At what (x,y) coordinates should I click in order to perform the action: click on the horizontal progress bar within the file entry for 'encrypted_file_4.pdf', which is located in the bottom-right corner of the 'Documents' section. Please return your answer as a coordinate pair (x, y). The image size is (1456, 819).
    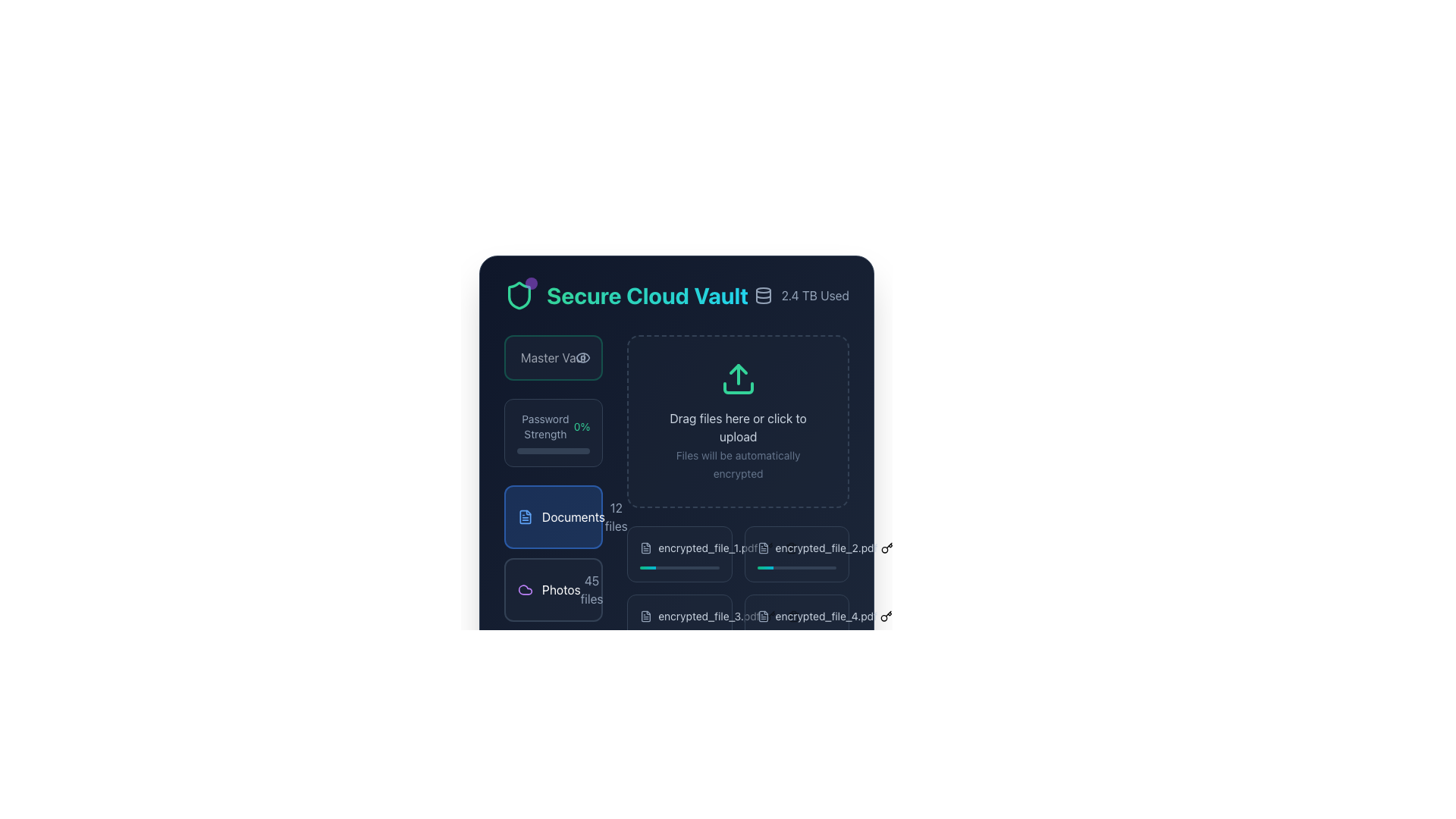
    Looking at the image, I should click on (795, 636).